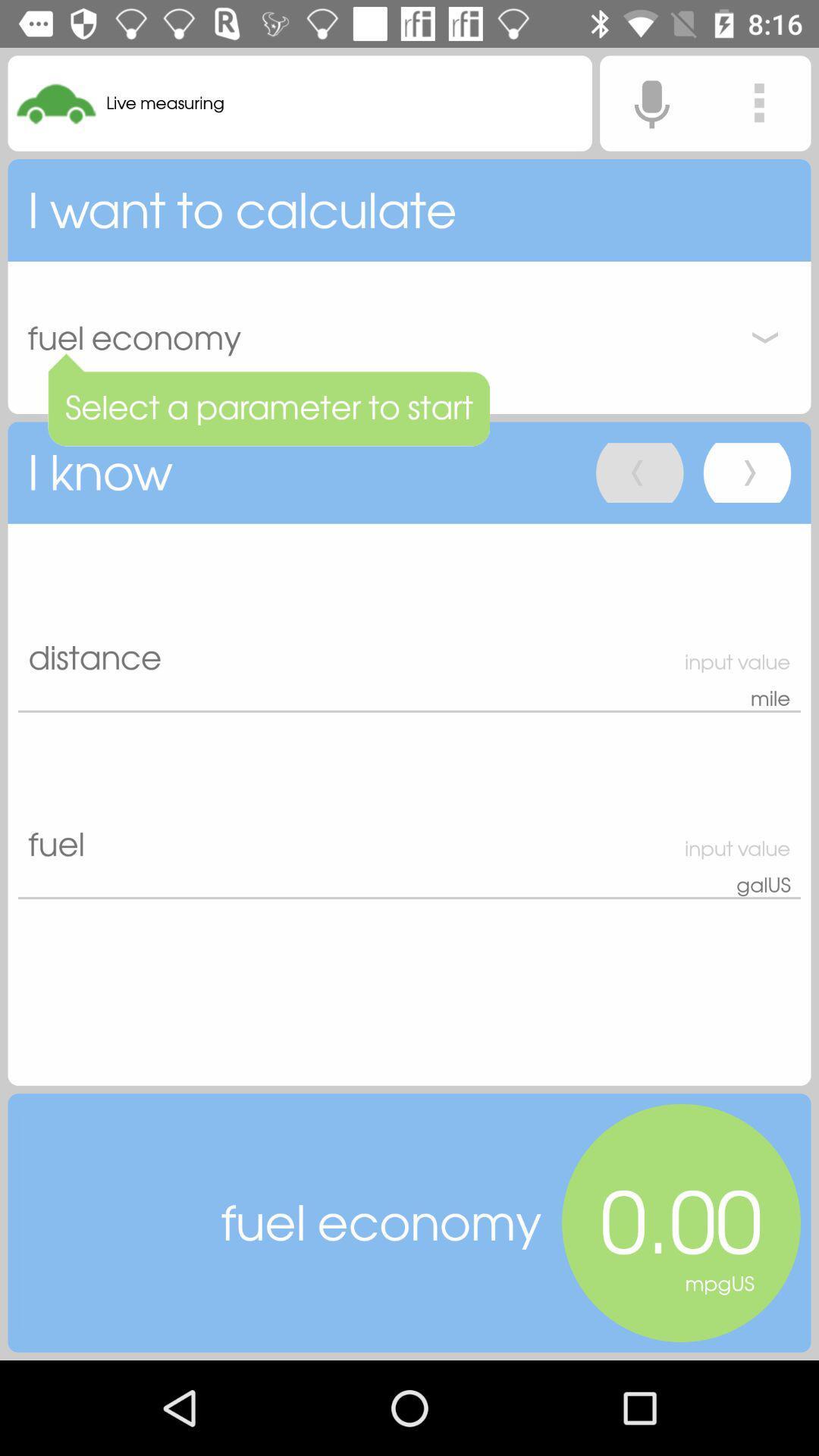 This screenshot has width=819, height=1456. What do you see at coordinates (651, 102) in the screenshot?
I see `the microphone icon` at bounding box center [651, 102].